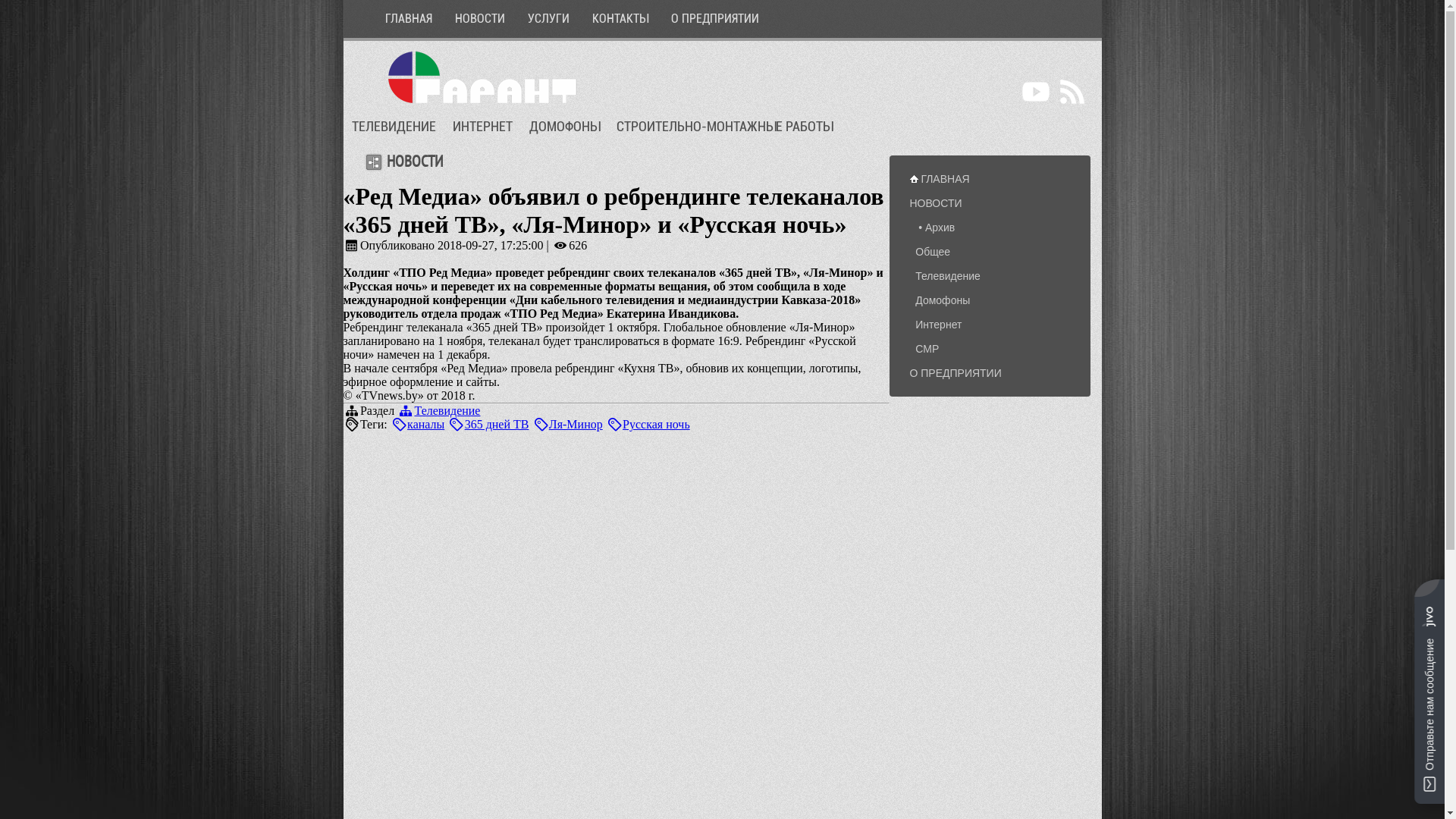 The image size is (1456, 819). I want to click on 'RSS Feed', so click(1072, 91).